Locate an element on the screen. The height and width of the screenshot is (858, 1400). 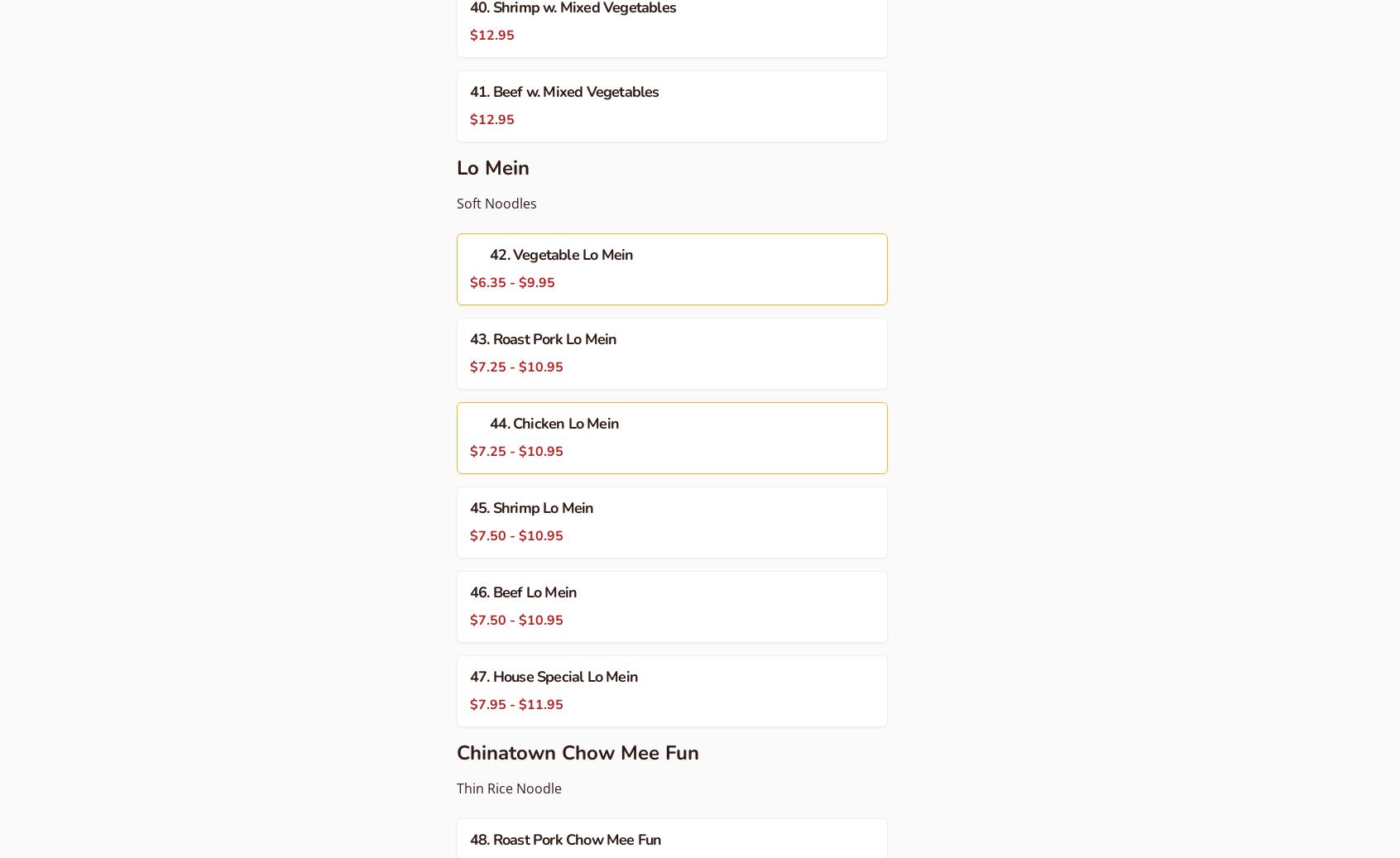
'Thin Rice Noodle' is located at coordinates (508, 788).